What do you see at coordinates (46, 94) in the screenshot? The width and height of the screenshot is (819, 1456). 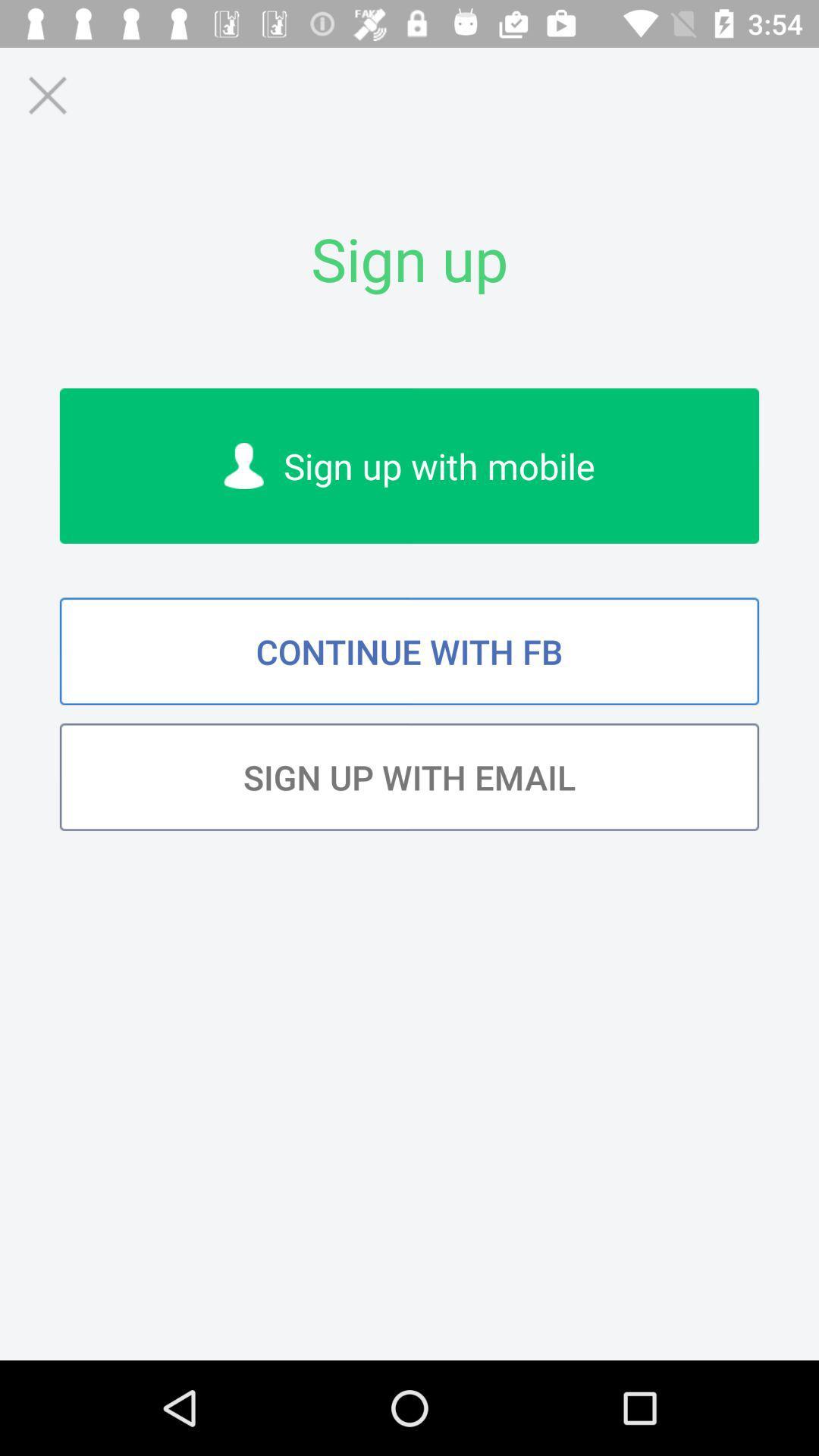 I see `sign-up screen` at bounding box center [46, 94].